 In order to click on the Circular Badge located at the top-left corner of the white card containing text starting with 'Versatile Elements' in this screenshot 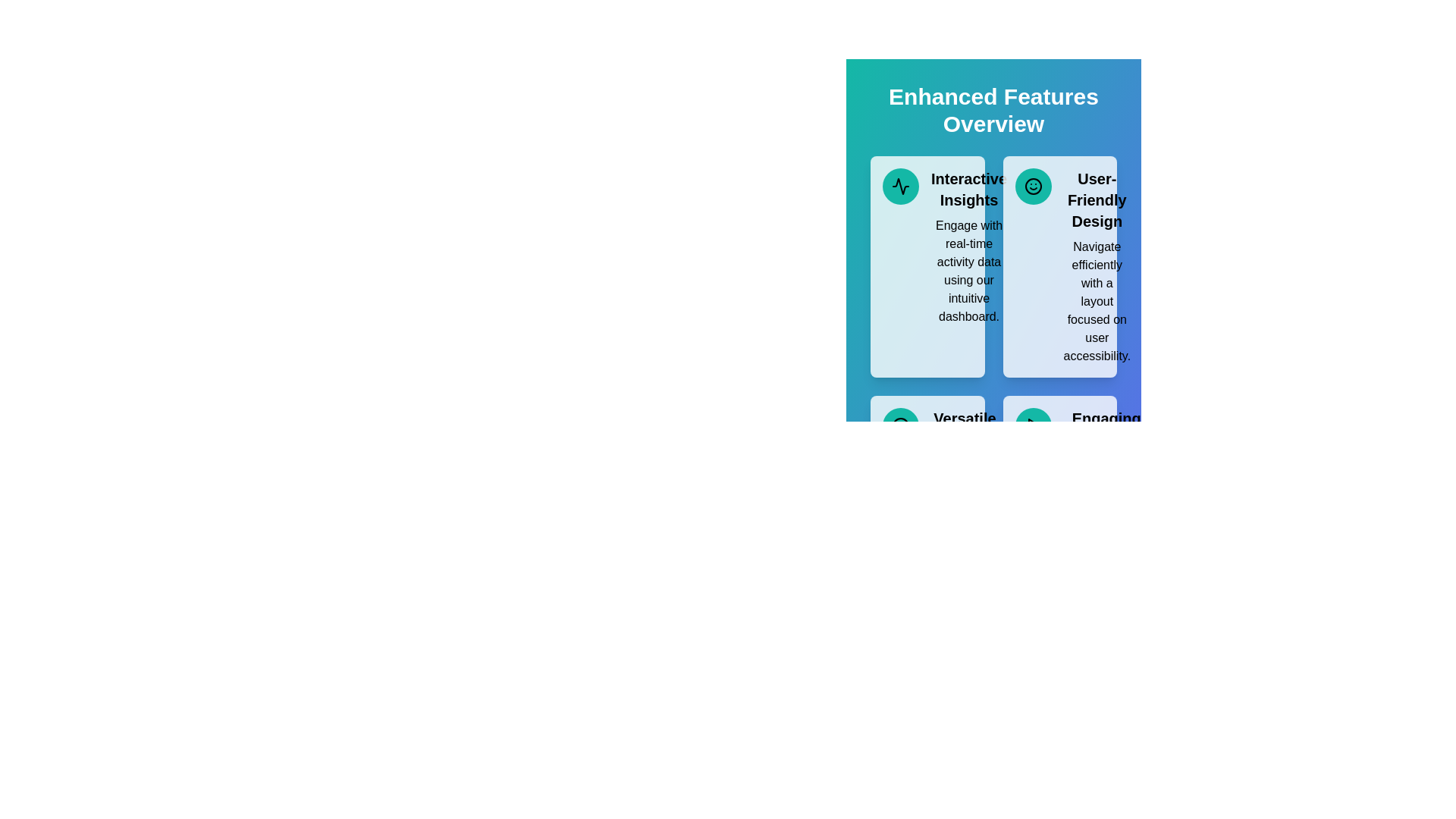, I will do `click(901, 426)`.